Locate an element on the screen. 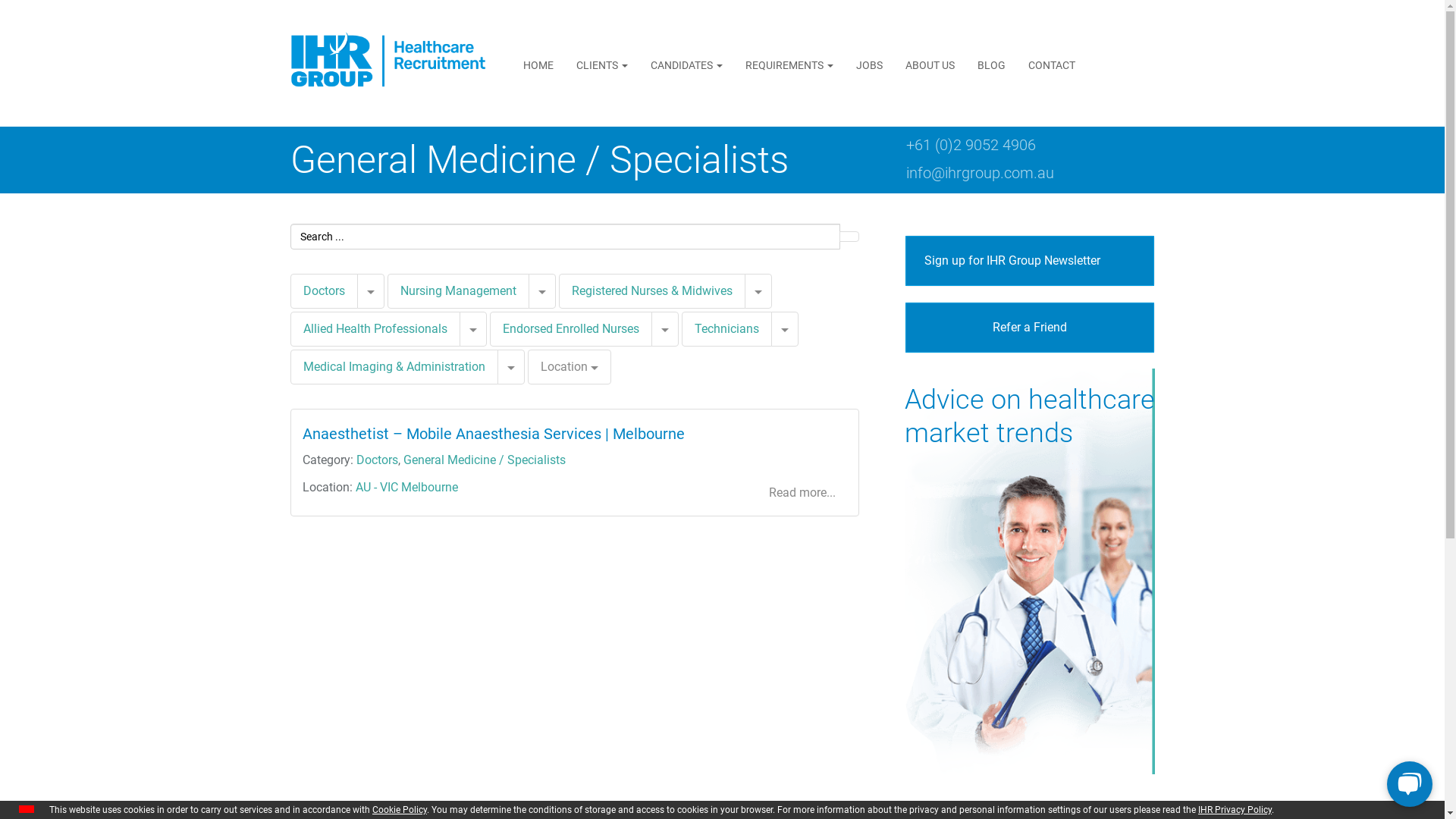 This screenshot has width=1456, height=819. 'Allied Health Professionals' is located at coordinates (375, 328).